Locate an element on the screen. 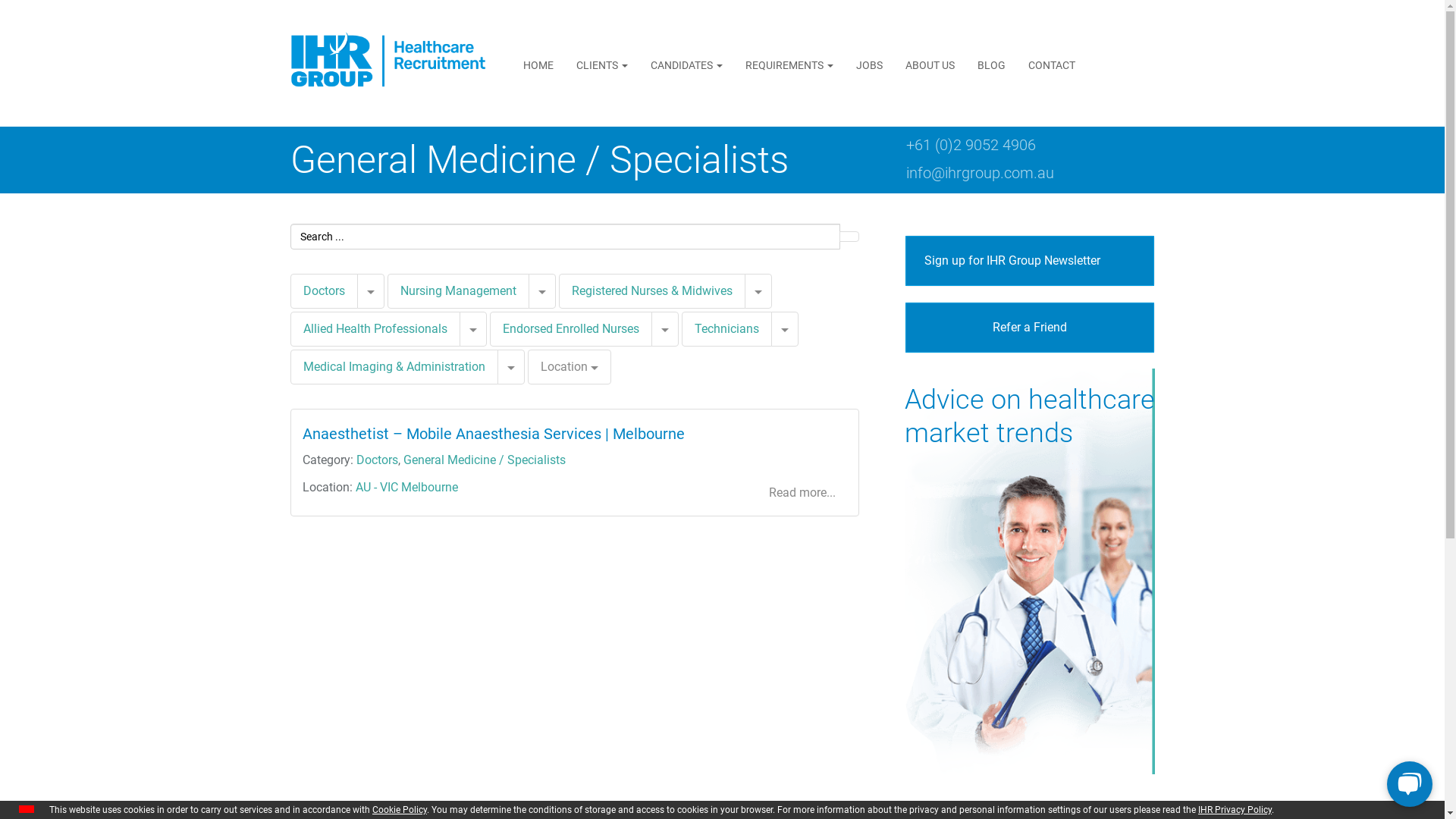 This screenshot has width=1456, height=819. 'Allied Health Professionals' is located at coordinates (375, 328).